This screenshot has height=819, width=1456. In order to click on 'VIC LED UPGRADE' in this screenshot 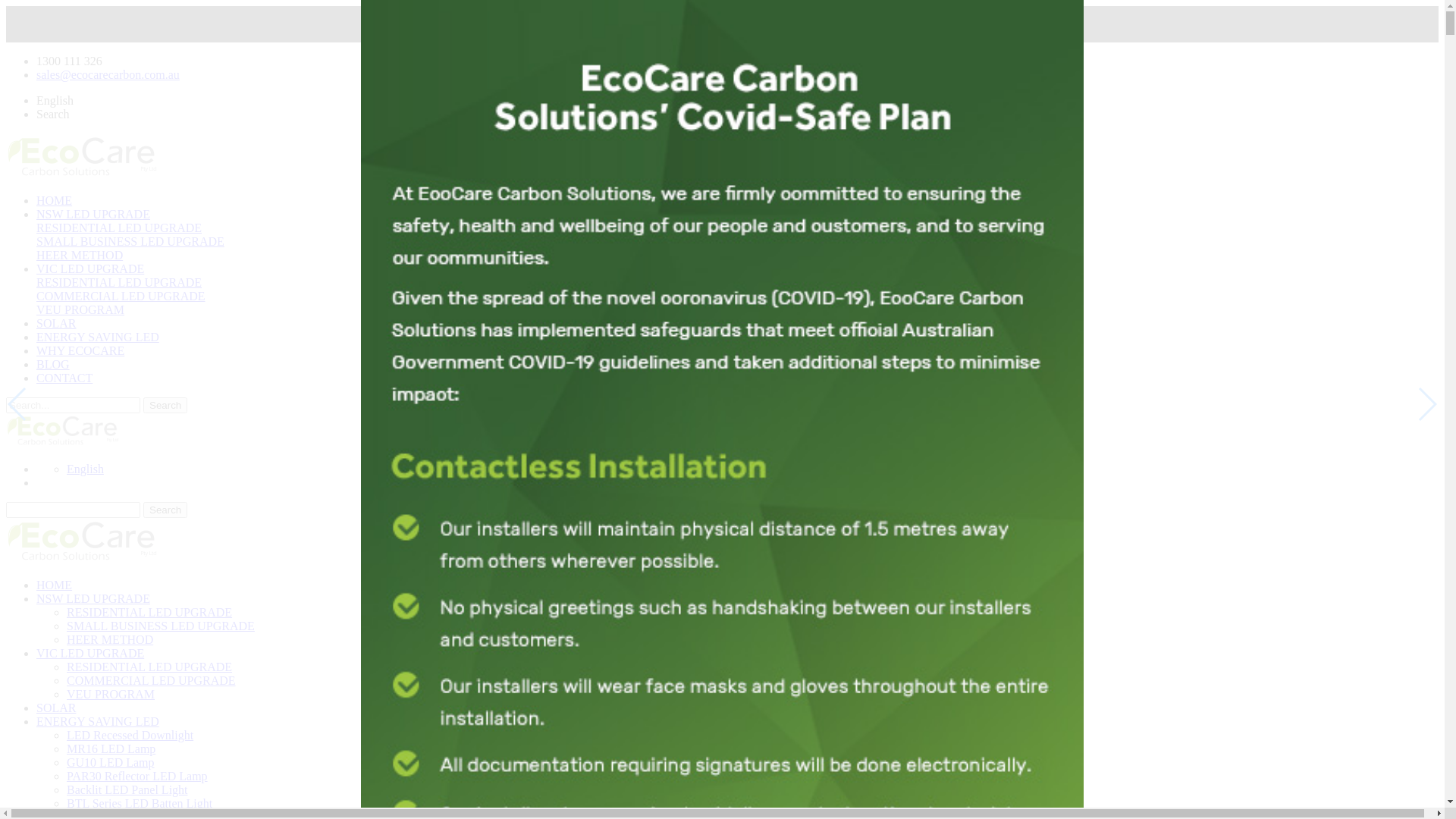, I will do `click(89, 652)`.